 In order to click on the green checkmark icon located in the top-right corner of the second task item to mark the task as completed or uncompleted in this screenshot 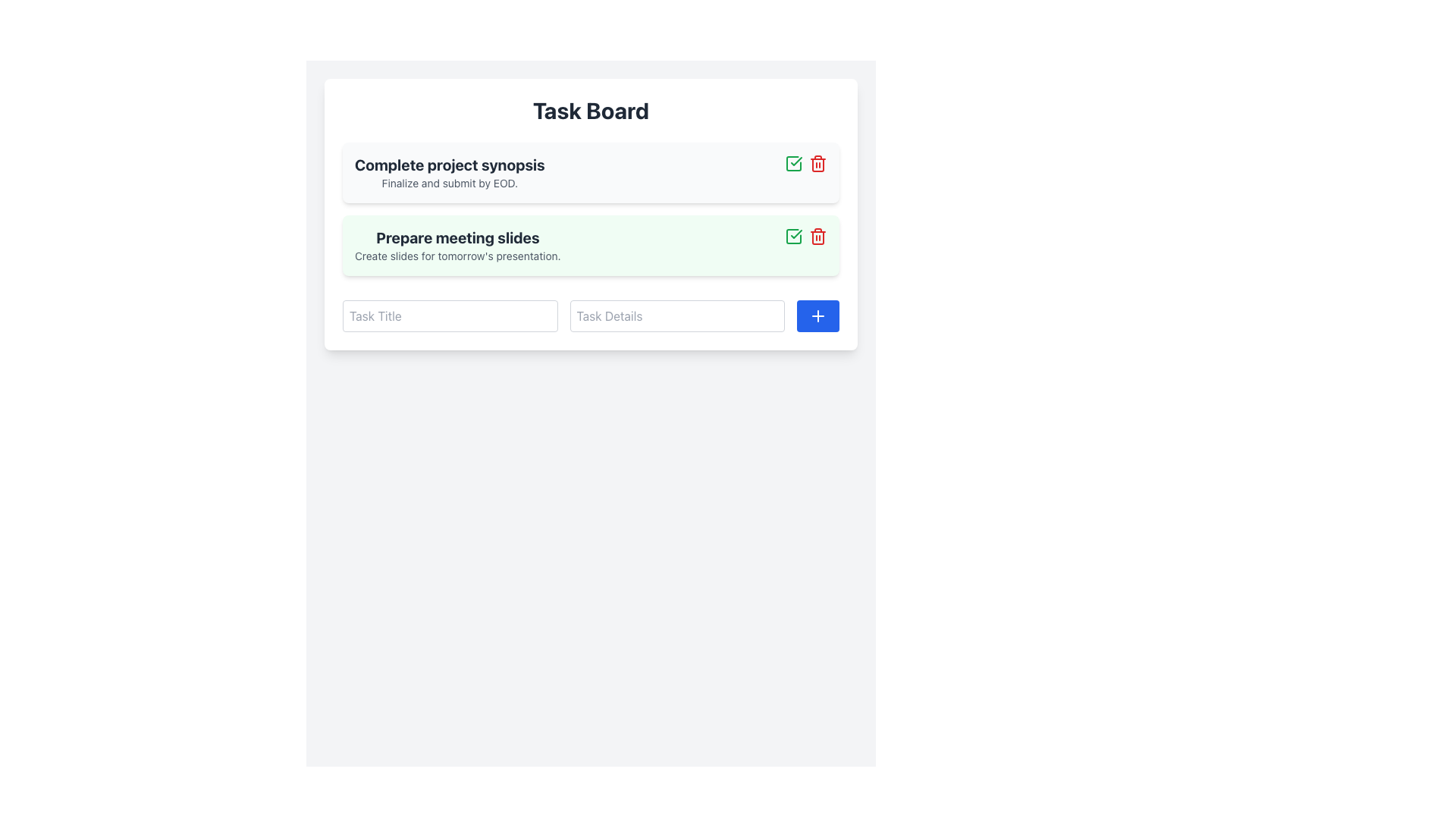, I will do `click(792, 164)`.